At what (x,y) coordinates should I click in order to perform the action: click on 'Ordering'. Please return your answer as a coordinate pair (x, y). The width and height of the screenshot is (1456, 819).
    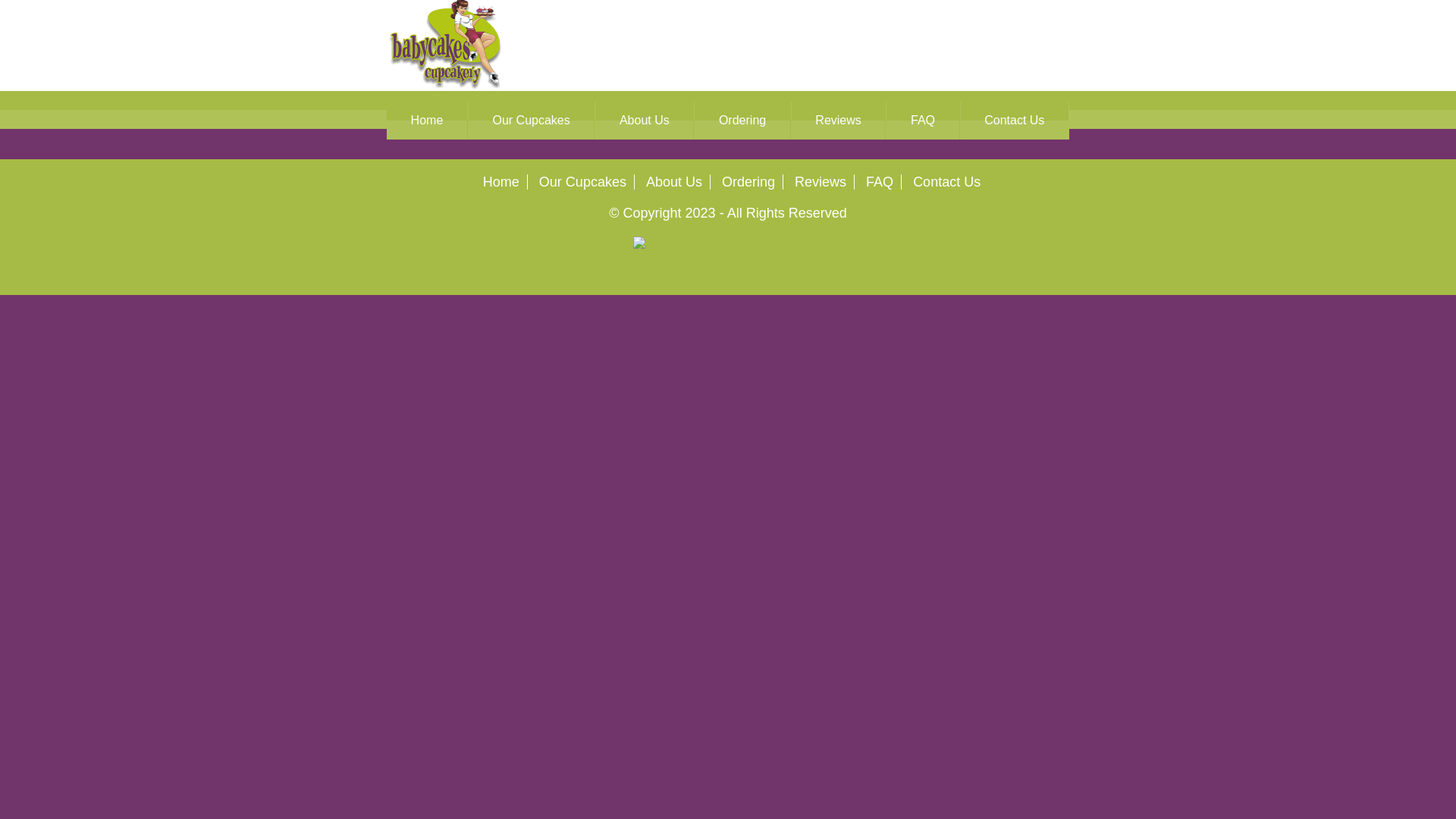
    Looking at the image, I should click on (694, 119).